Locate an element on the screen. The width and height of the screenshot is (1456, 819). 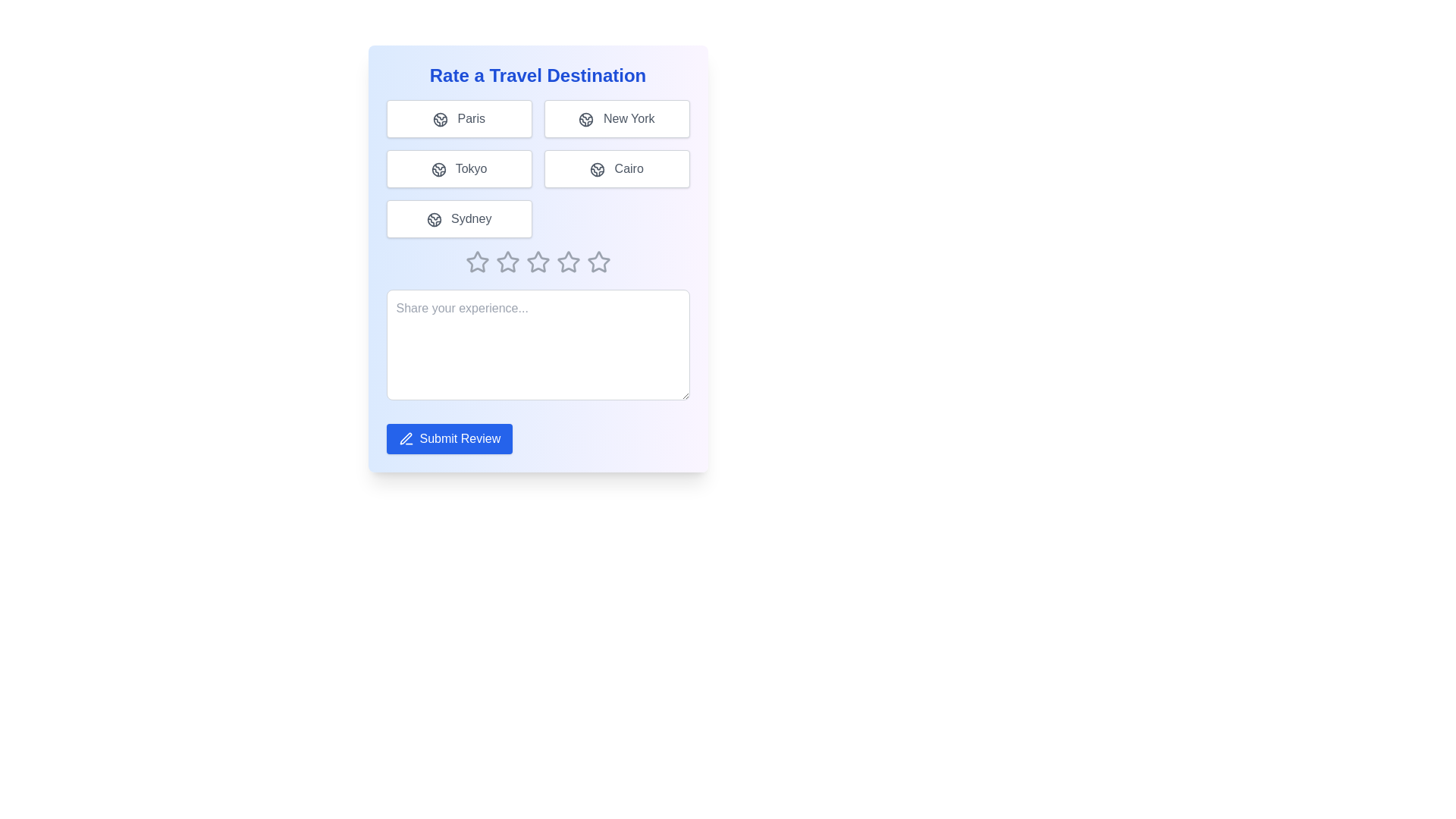
the third star-shaped Rating Icon is located at coordinates (538, 261).